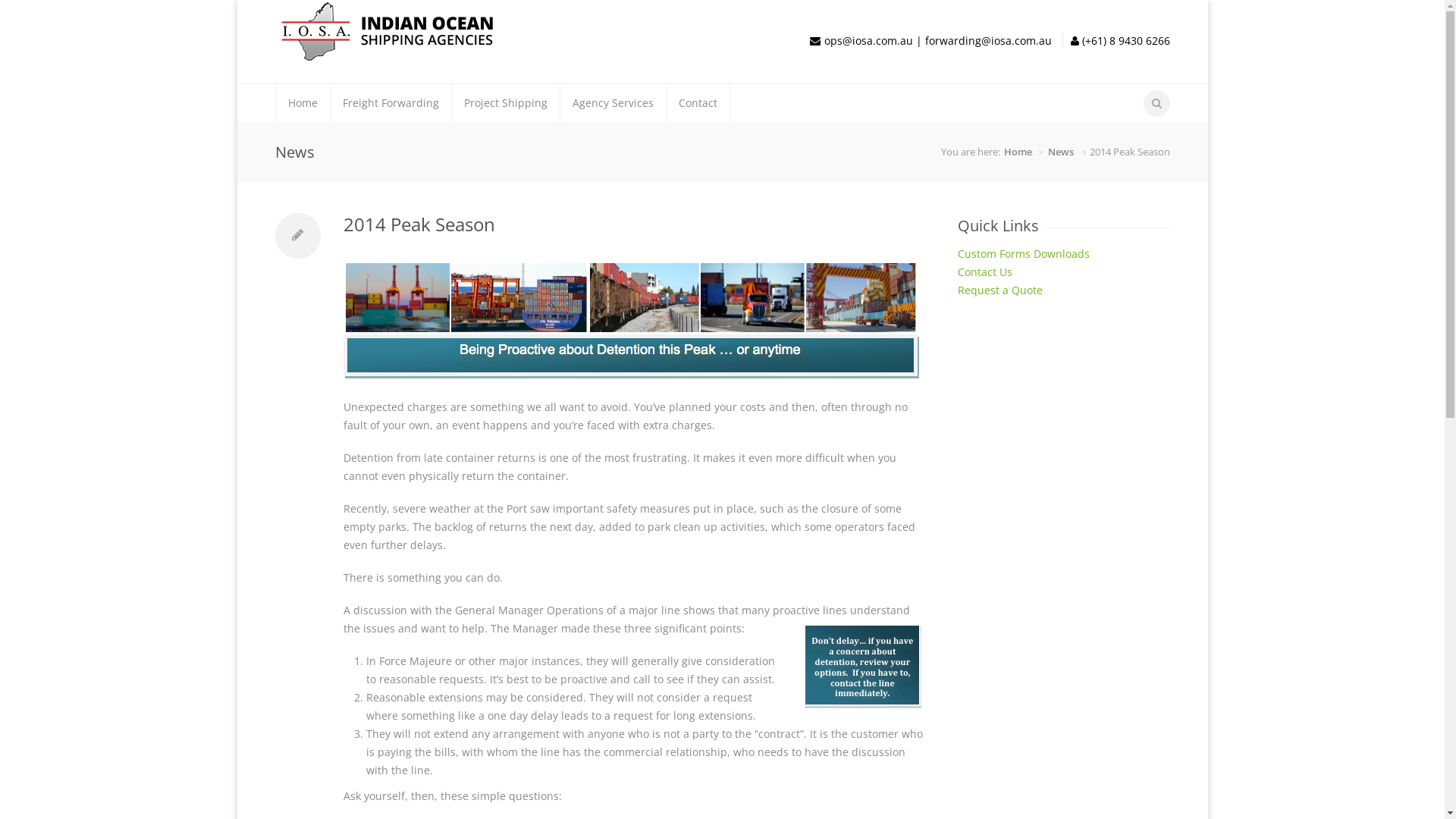  Describe the element at coordinates (276, 102) in the screenshot. I see `'Home'` at that location.